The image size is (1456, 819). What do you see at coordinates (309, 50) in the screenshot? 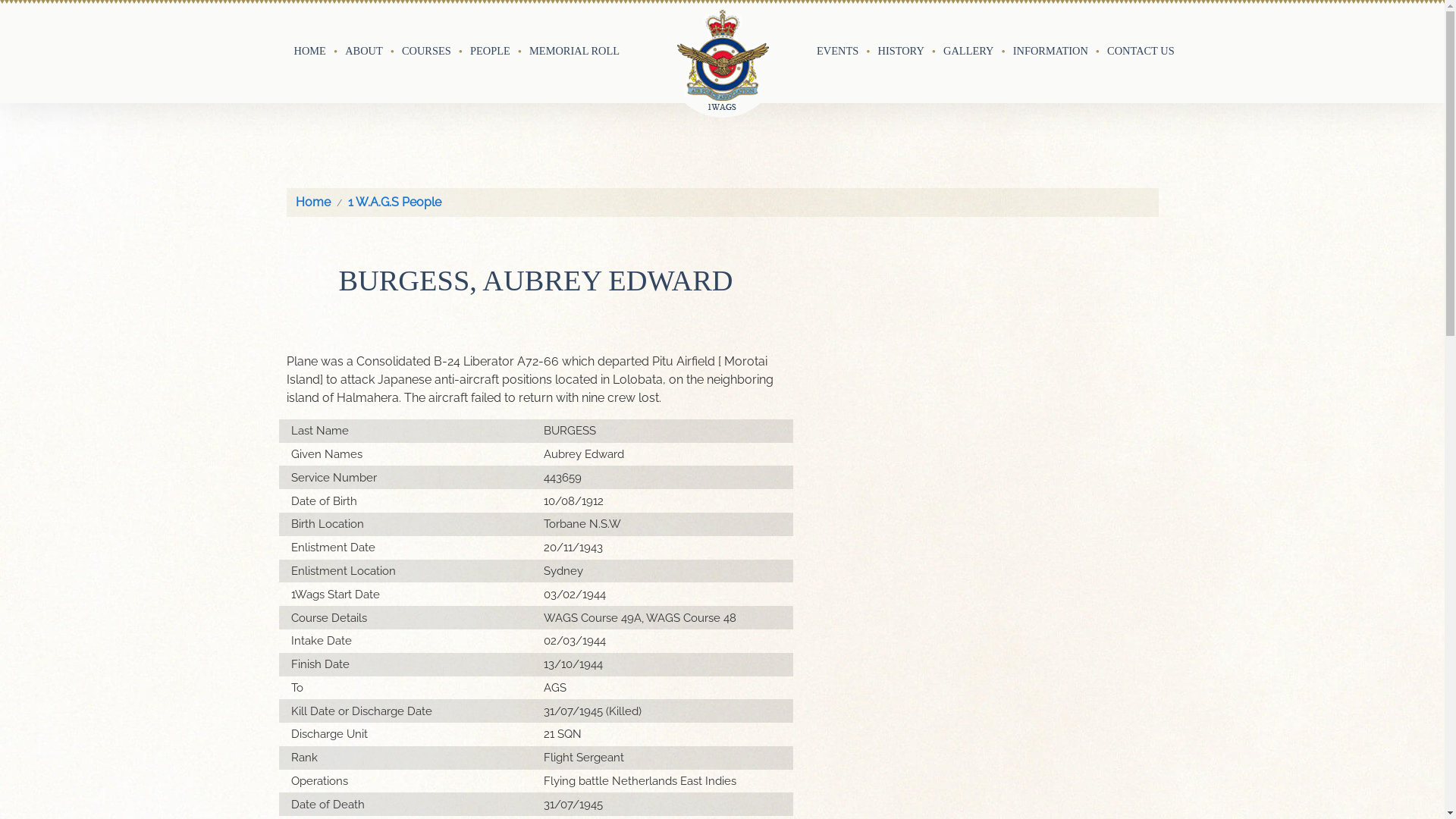
I see `'HOME'` at bounding box center [309, 50].